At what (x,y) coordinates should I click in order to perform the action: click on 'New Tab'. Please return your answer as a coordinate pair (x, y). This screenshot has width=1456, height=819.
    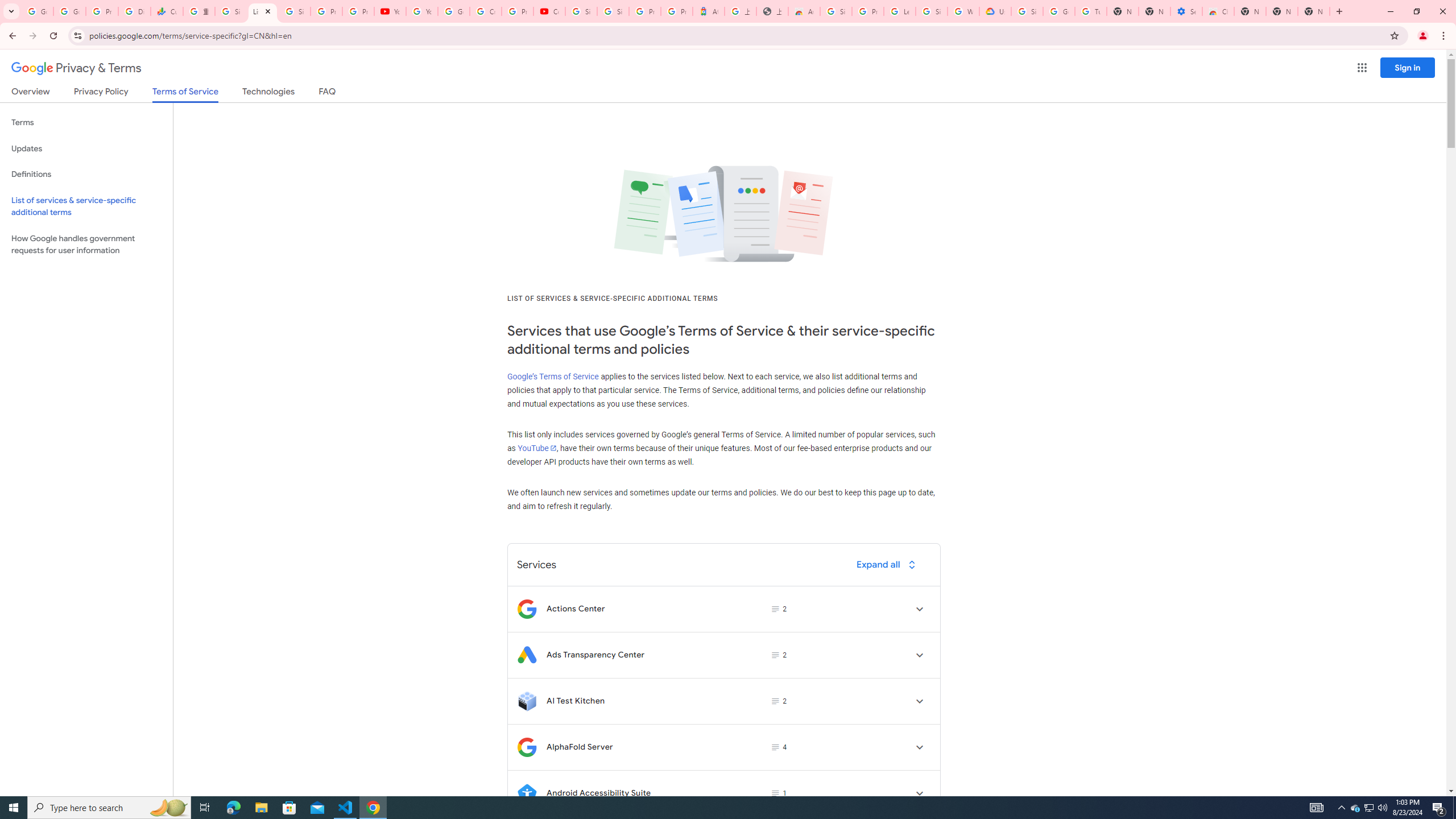
    Looking at the image, I should click on (1250, 11).